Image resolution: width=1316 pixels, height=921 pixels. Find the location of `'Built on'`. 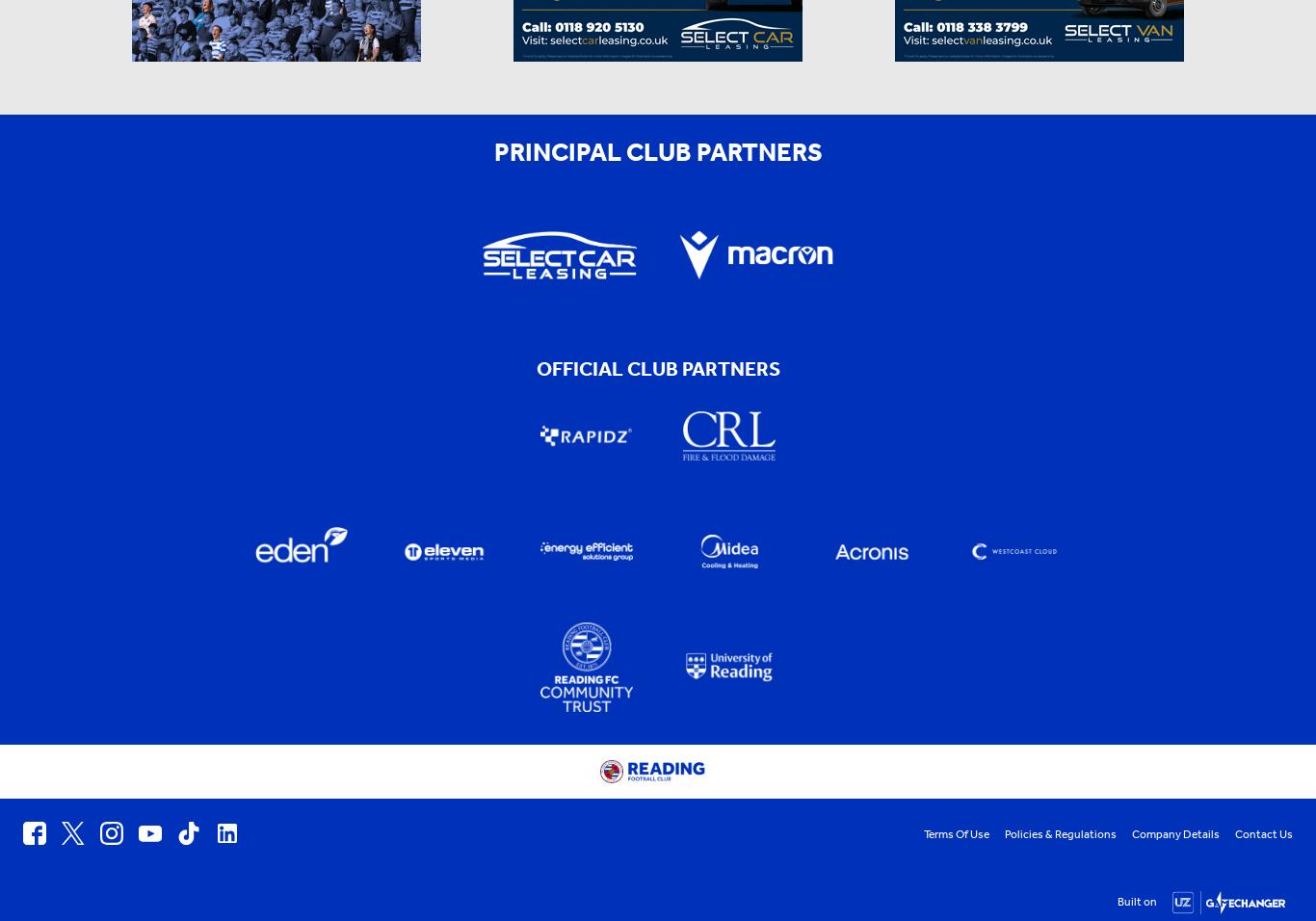

'Built on' is located at coordinates (1137, 900).